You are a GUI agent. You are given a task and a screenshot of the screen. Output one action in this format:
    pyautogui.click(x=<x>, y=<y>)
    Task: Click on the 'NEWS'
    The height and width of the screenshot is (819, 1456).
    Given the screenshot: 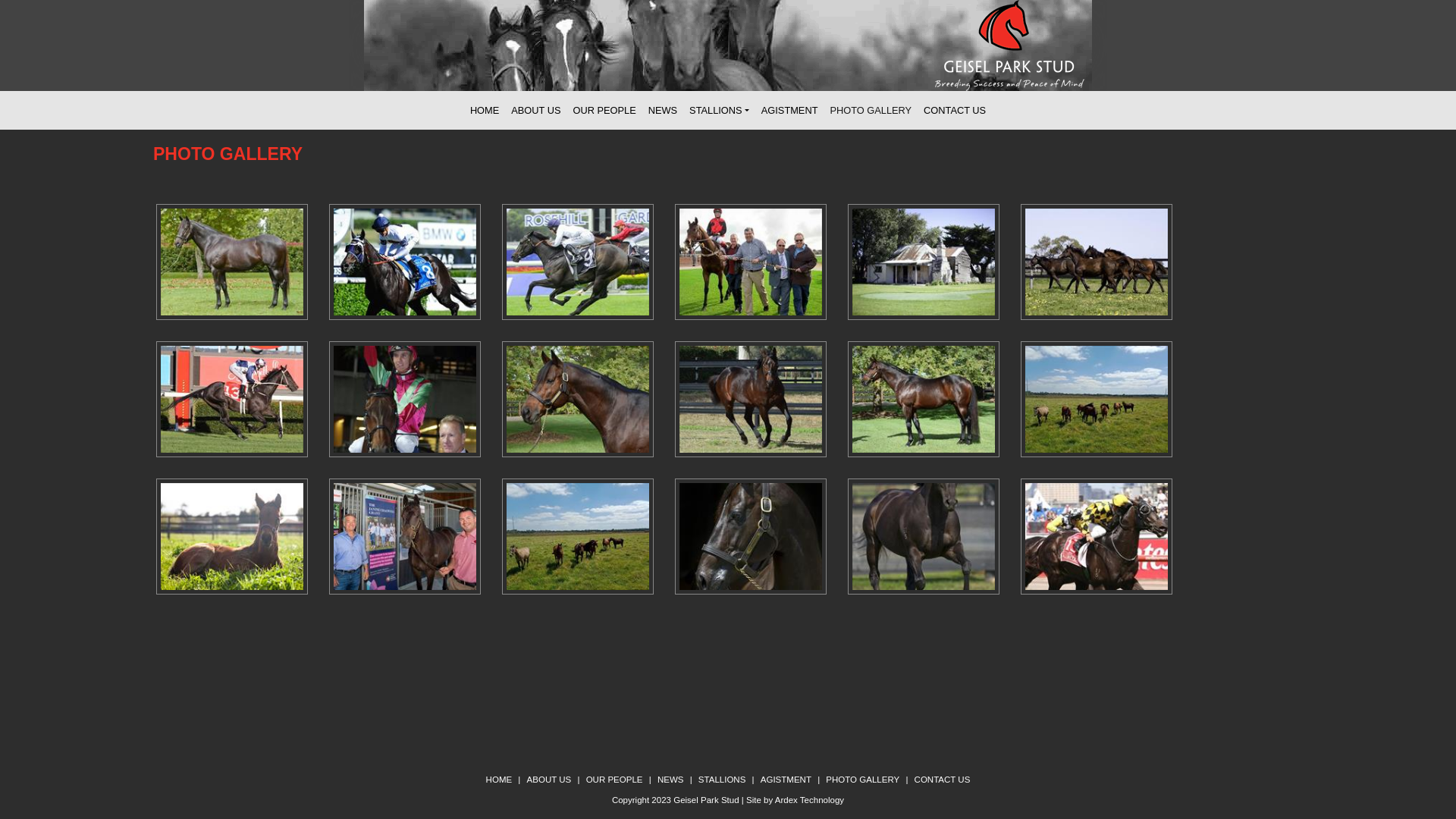 What is the action you would take?
    pyautogui.click(x=670, y=780)
    